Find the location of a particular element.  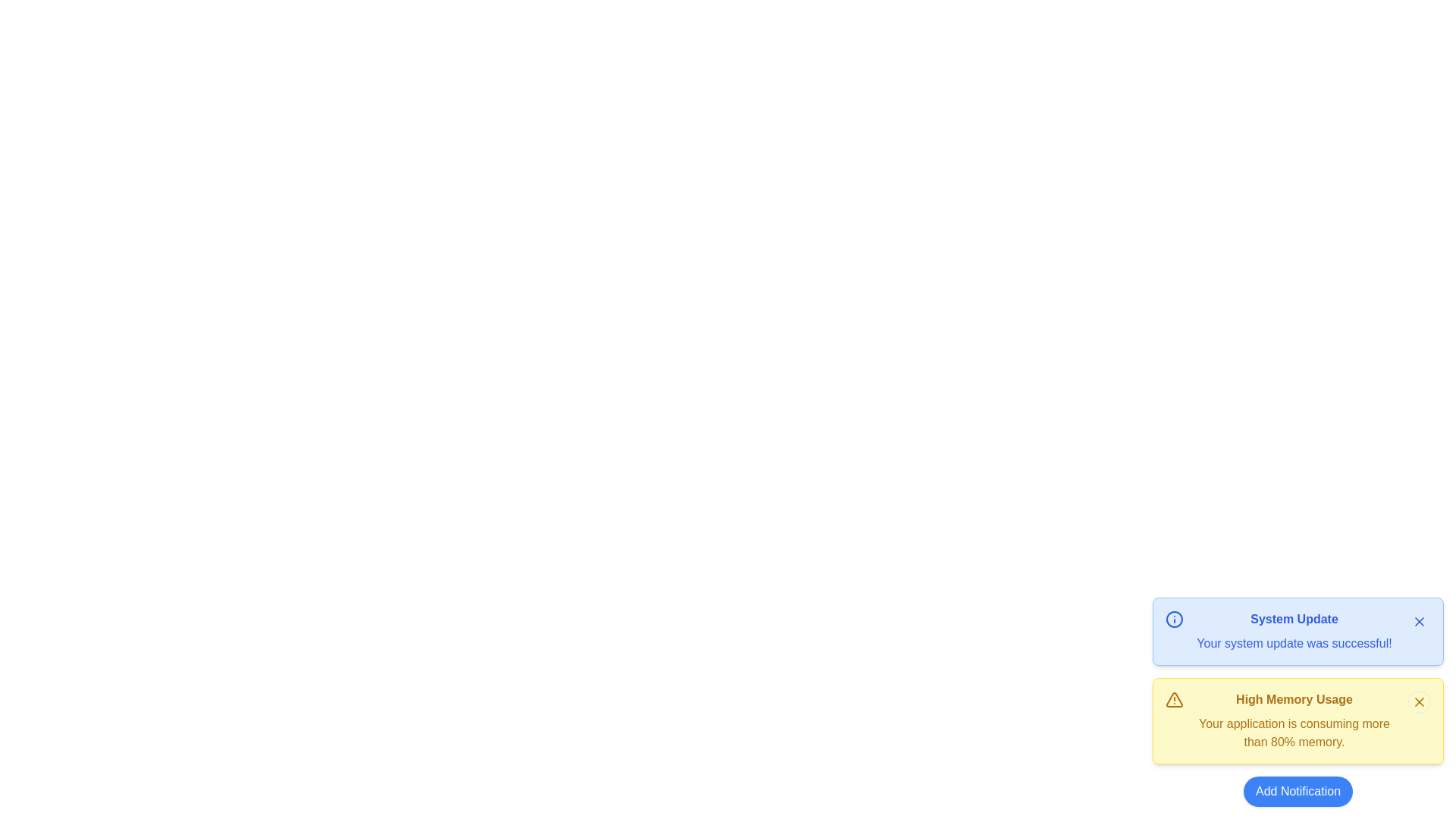

the bold, blue text label that reads 'System Update', which is located at the top of the notification panel is located at coordinates (1294, 620).